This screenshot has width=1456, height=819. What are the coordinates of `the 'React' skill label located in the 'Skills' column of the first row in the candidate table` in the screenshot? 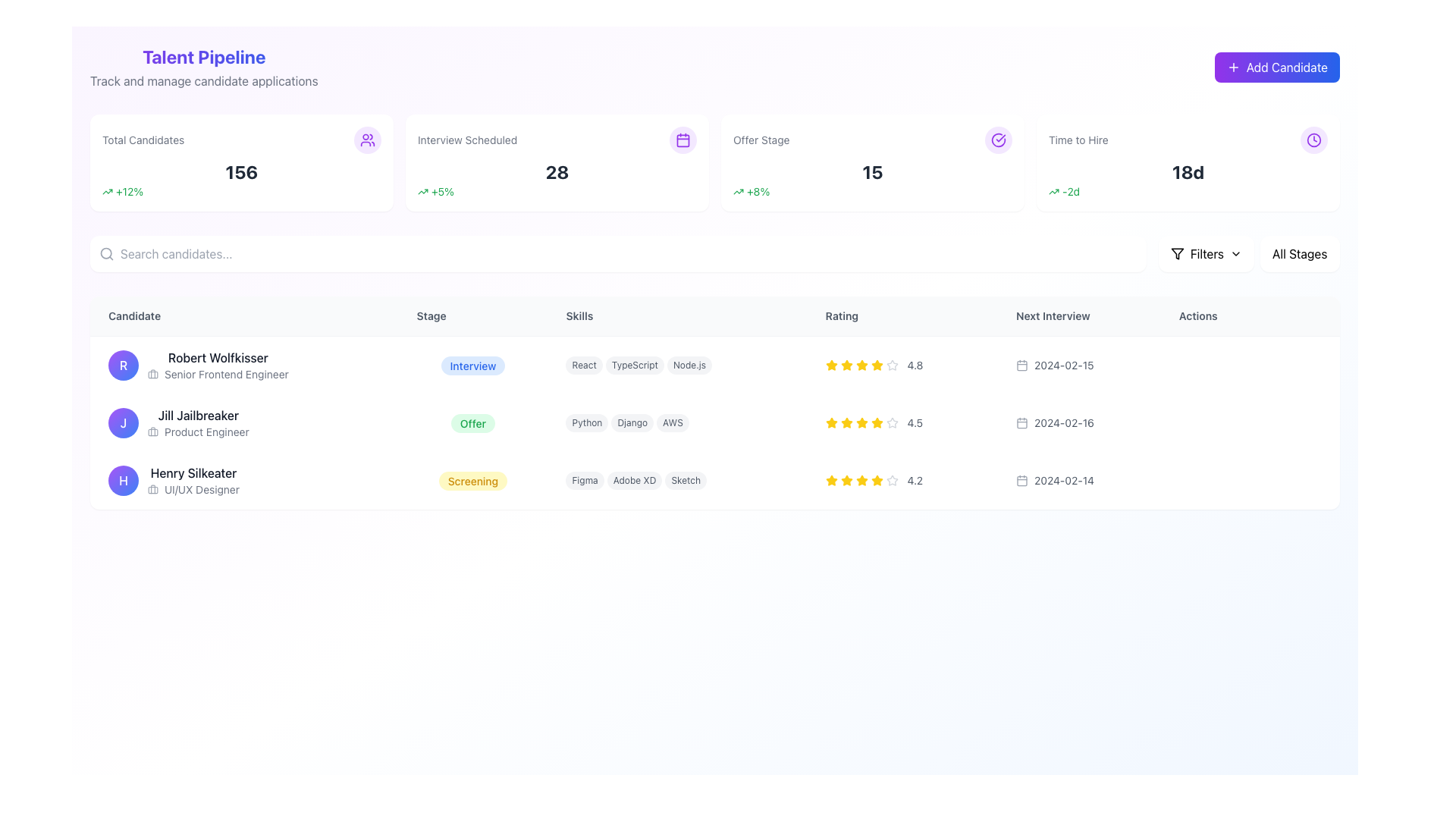 It's located at (583, 366).